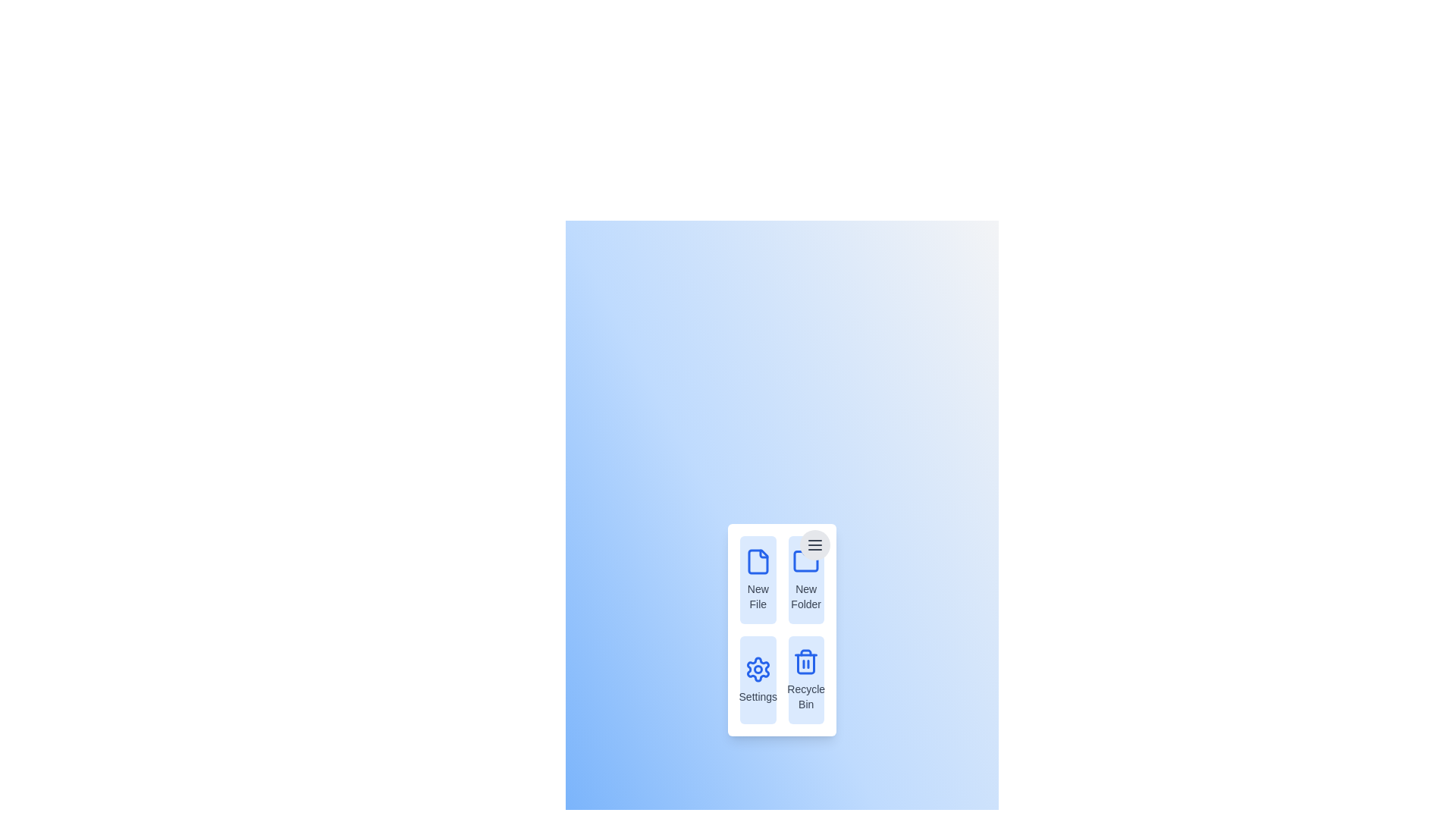 The height and width of the screenshot is (819, 1456). What do you see at coordinates (758, 679) in the screenshot?
I see `the menu item Settings from the context menu` at bounding box center [758, 679].